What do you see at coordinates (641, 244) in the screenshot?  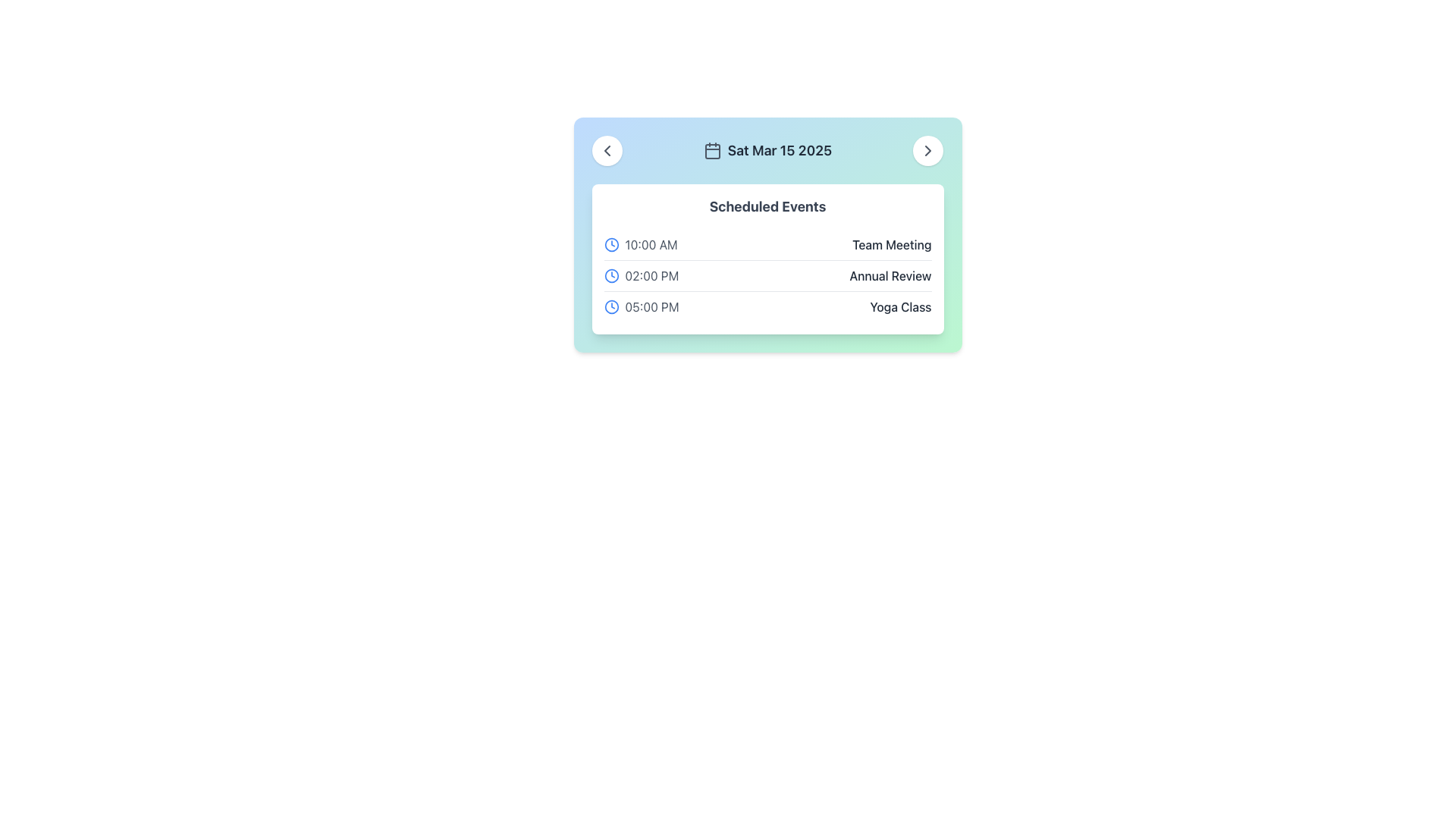 I see `the Time Display with Icon that shows '10:00 AM' next to a blue outlined clock icon, which is the first element in the list of scheduled events` at bounding box center [641, 244].